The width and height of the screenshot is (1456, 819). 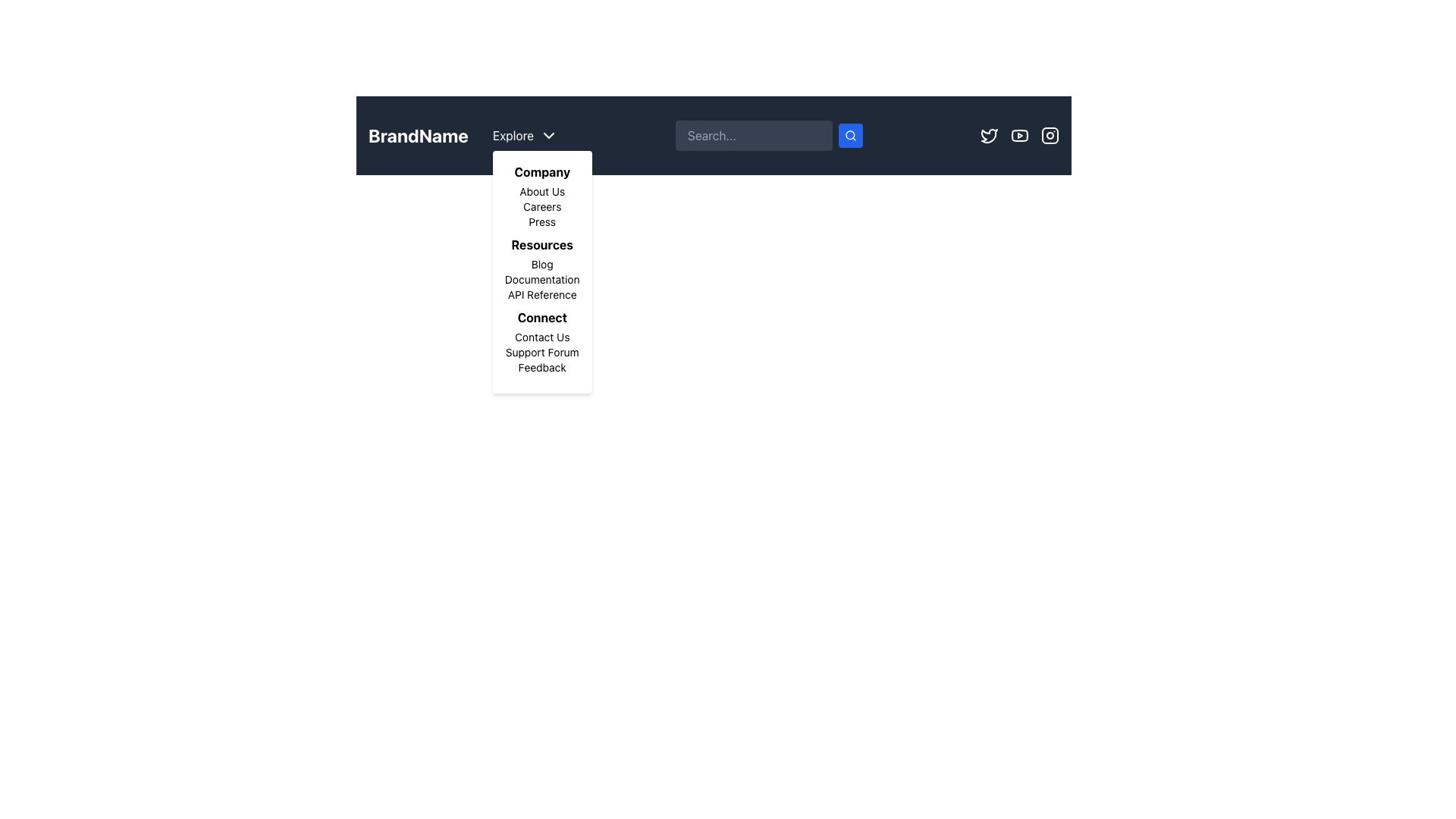 I want to click on the Twitter icon located in the top-right corner of the navigation bar, so click(x=990, y=134).